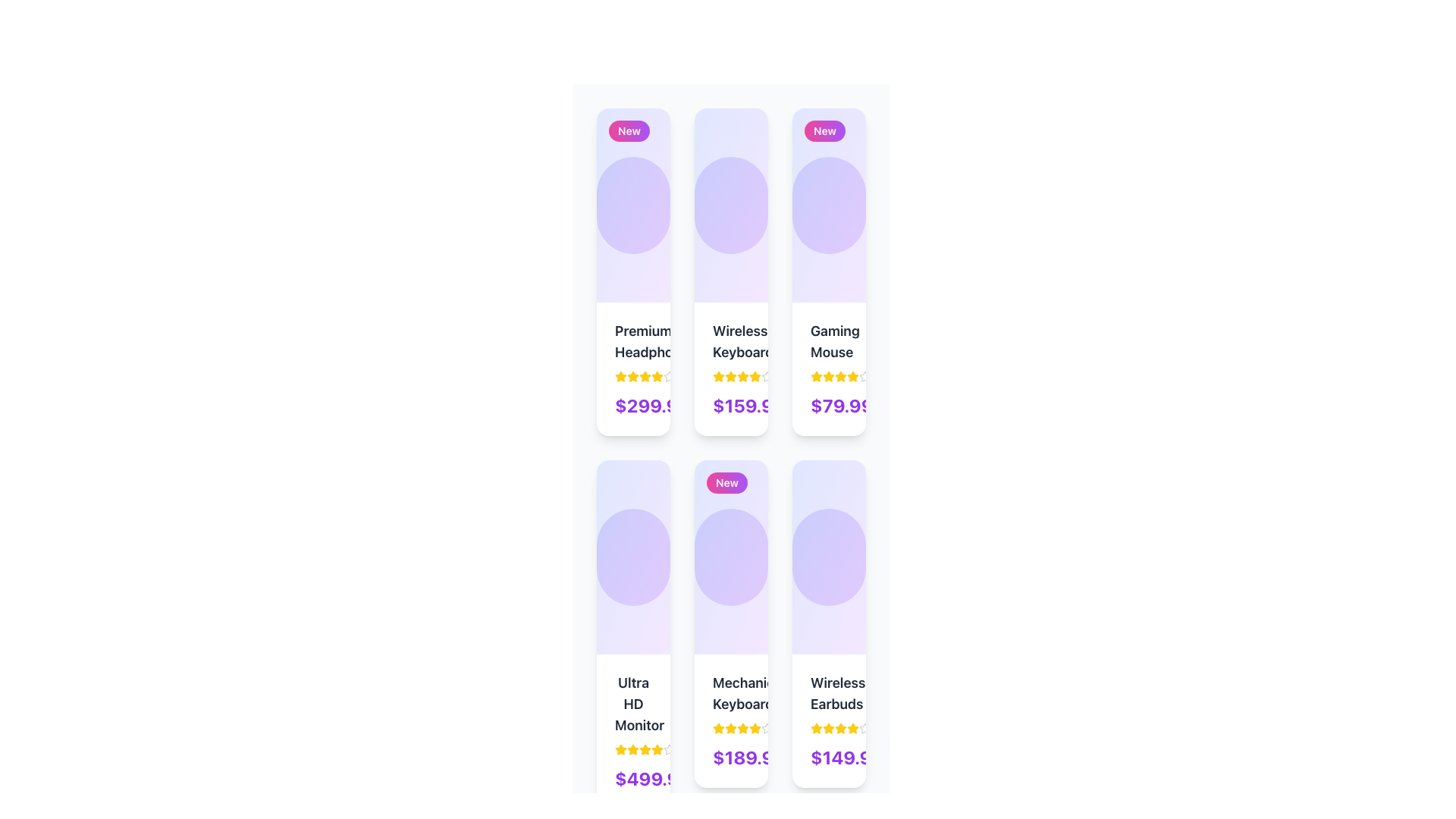  Describe the element at coordinates (815, 727) in the screenshot. I see `the rating star element in the bottom row of the grid layout for the product 'Wireless Earbuds', located on top of the price '$149.99' to initiate a rating action` at that location.